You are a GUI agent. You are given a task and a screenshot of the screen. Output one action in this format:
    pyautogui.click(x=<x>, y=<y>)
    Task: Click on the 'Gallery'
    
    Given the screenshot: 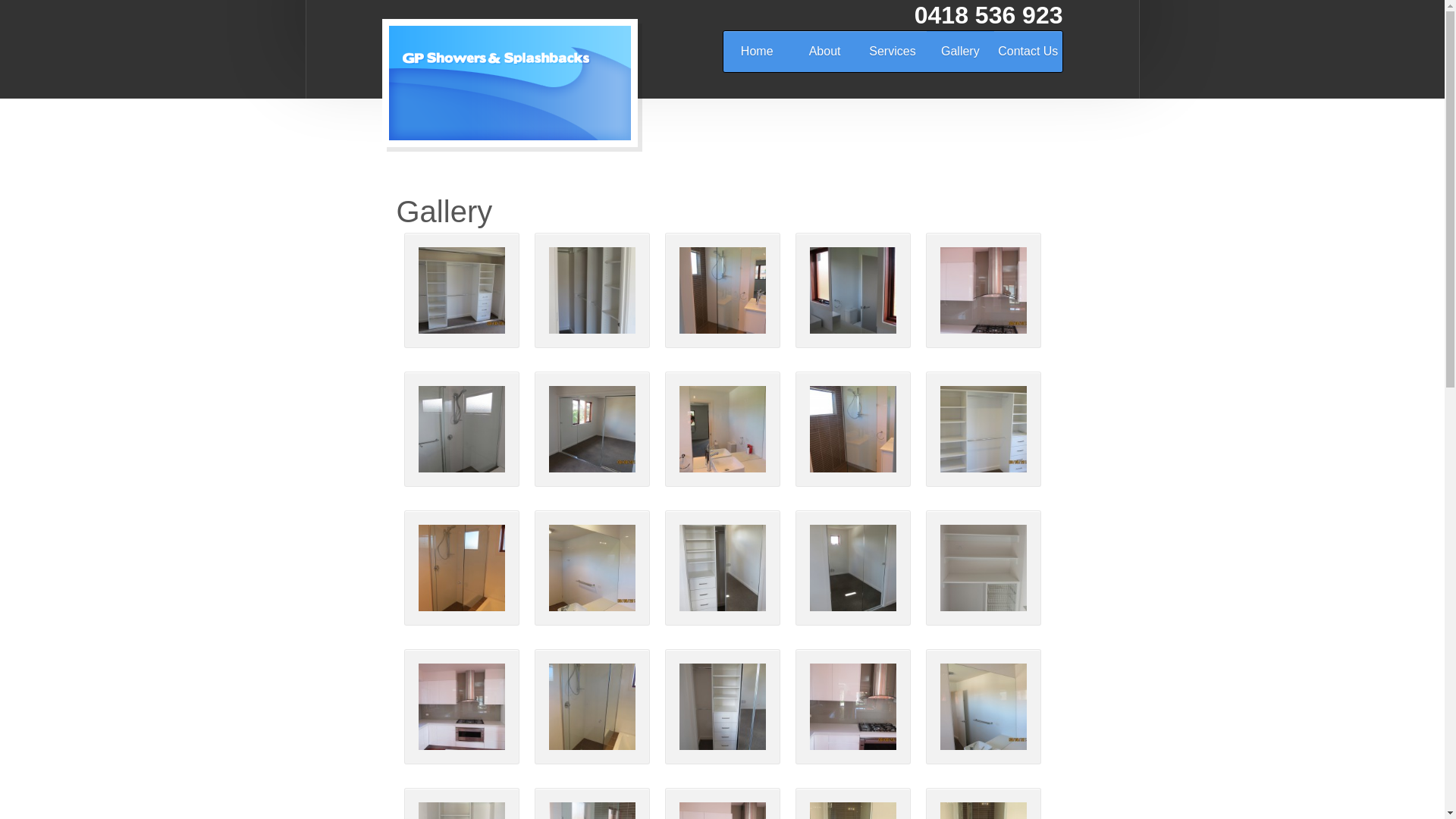 What is the action you would take?
    pyautogui.click(x=959, y=51)
    